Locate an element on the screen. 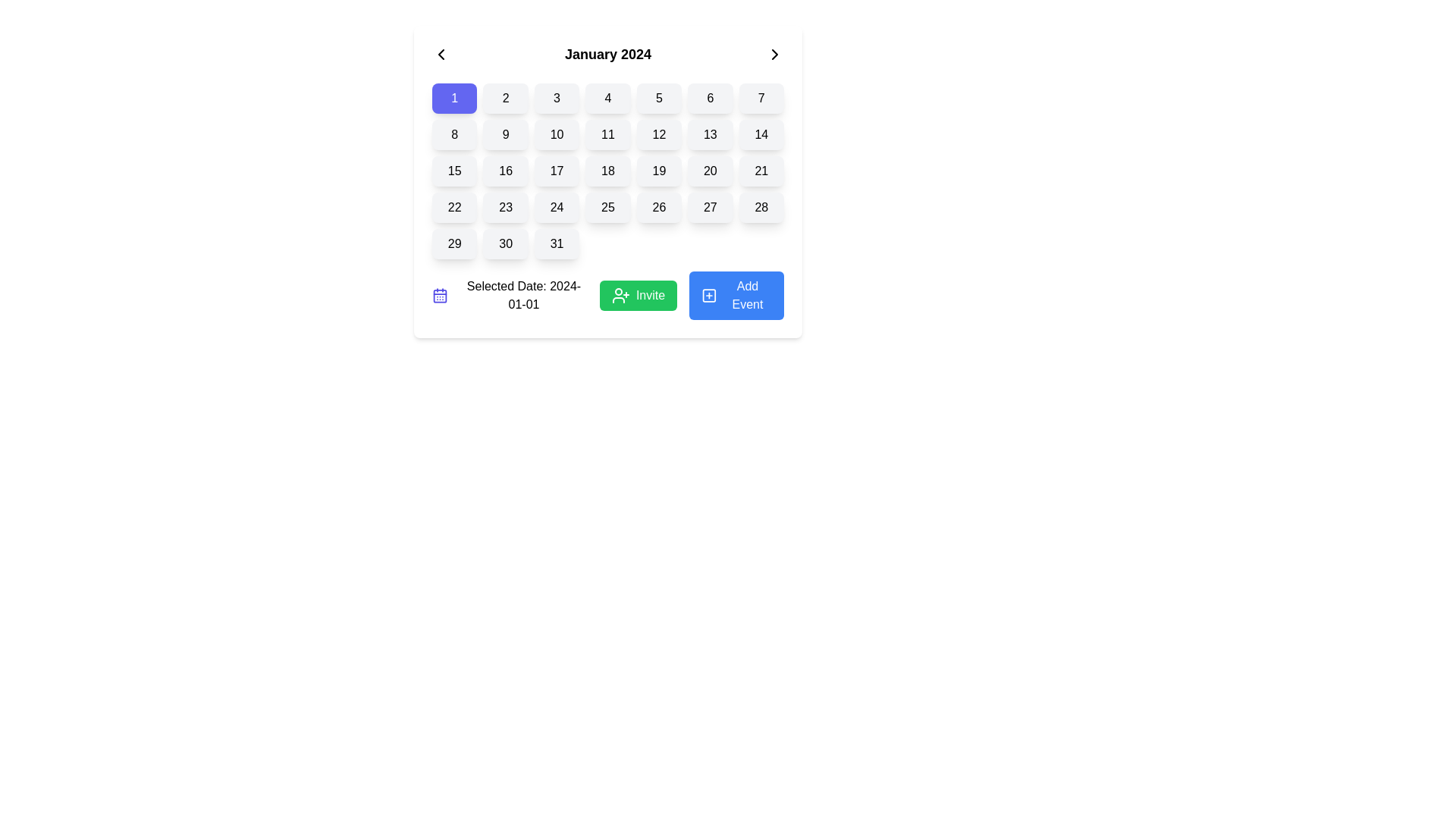 The height and width of the screenshot is (819, 1456). the square button displaying the numeral '20' with a light gray background, located in the third row and sixth column of the date button grid below the 'January 2024' label is located at coordinates (709, 171).